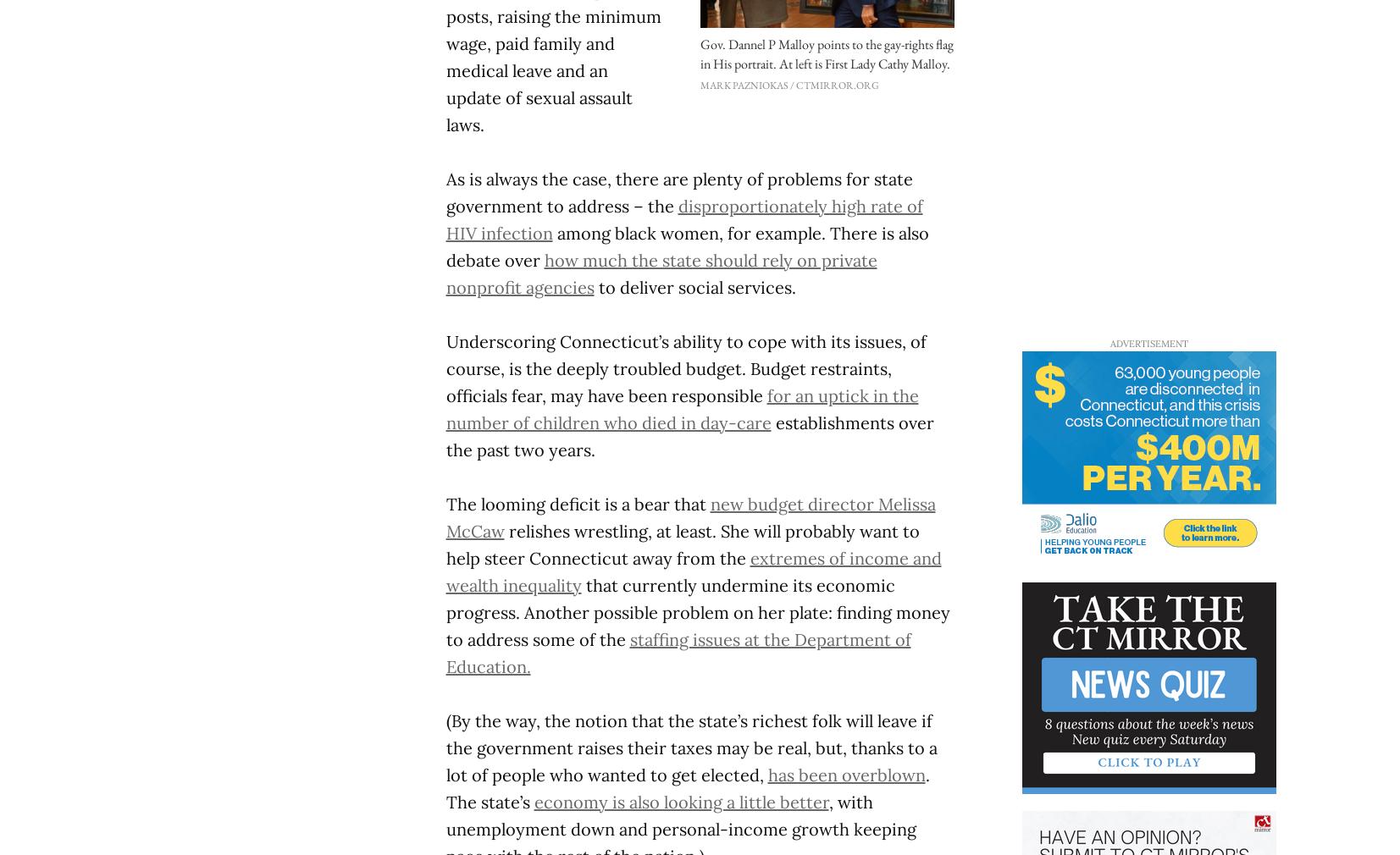  I want to click on 'The looming deficit is a bear that', so click(577, 502).